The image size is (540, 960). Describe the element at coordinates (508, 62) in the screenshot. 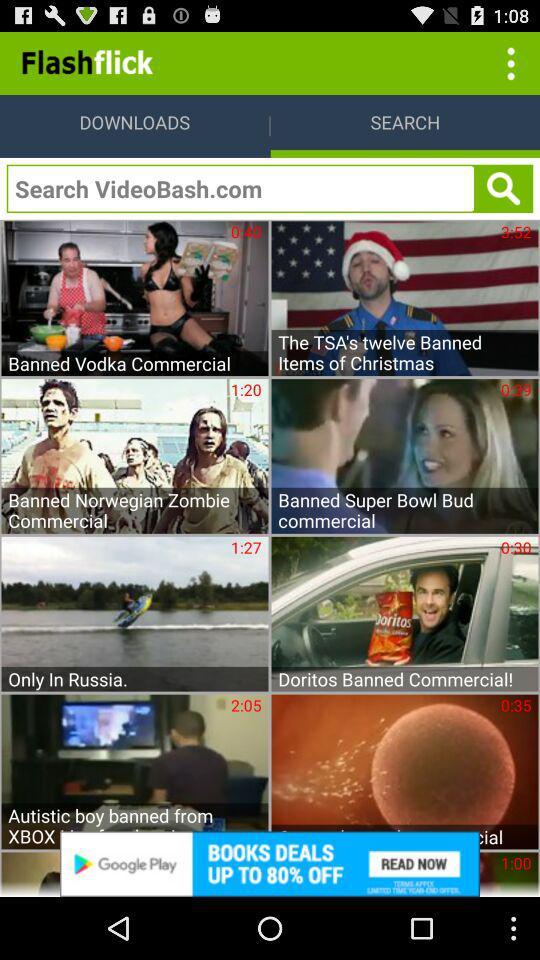

I see `to go storage` at that location.